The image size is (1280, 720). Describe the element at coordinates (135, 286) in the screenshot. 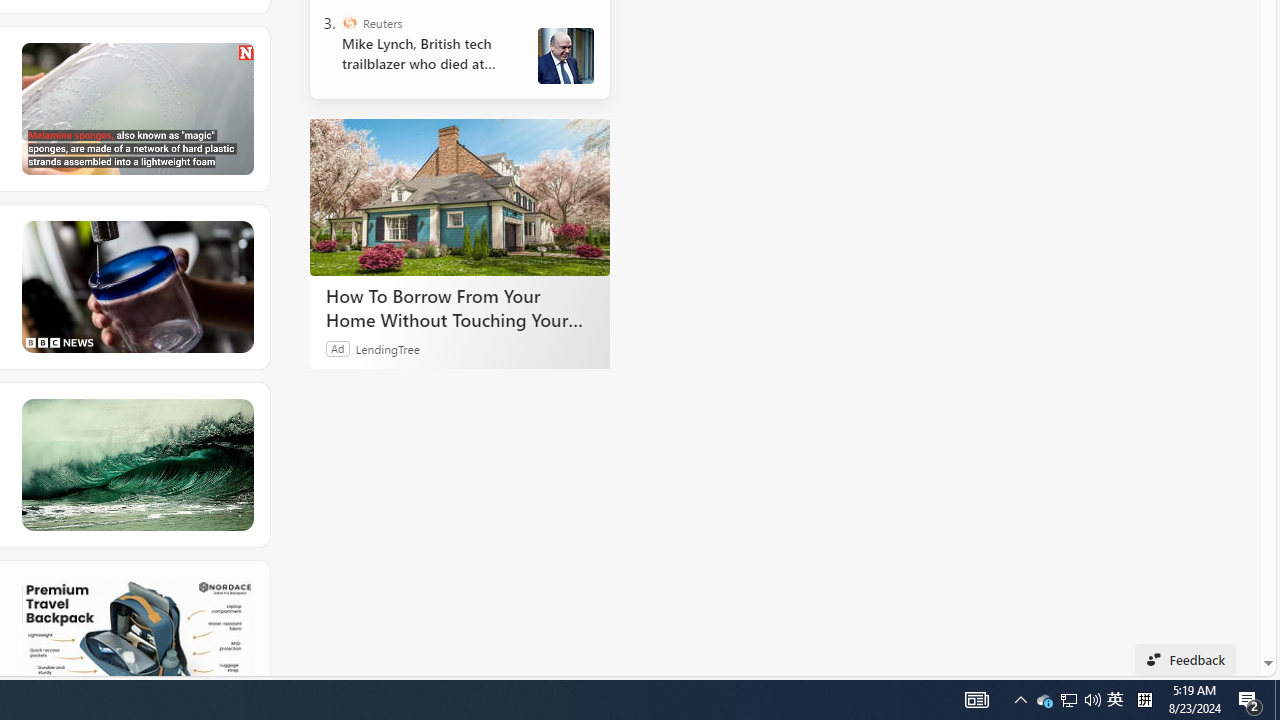

I see `'These Cities Are About to Run Out of Clean Drinking Water'` at that location.